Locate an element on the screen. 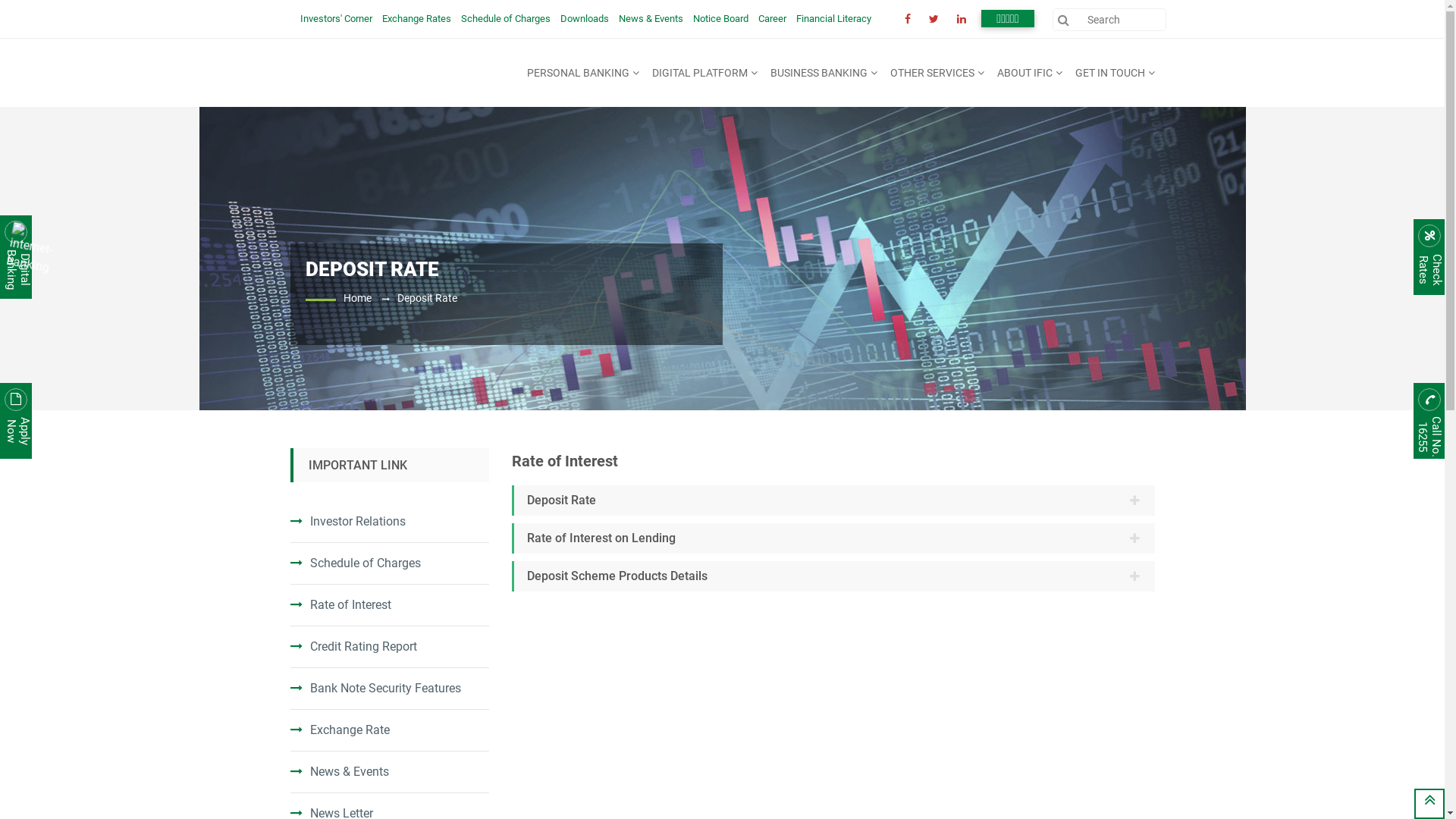 The image size is (1456, 819). 'BUSINESS BANKING' is located at coordinates (823, 73).